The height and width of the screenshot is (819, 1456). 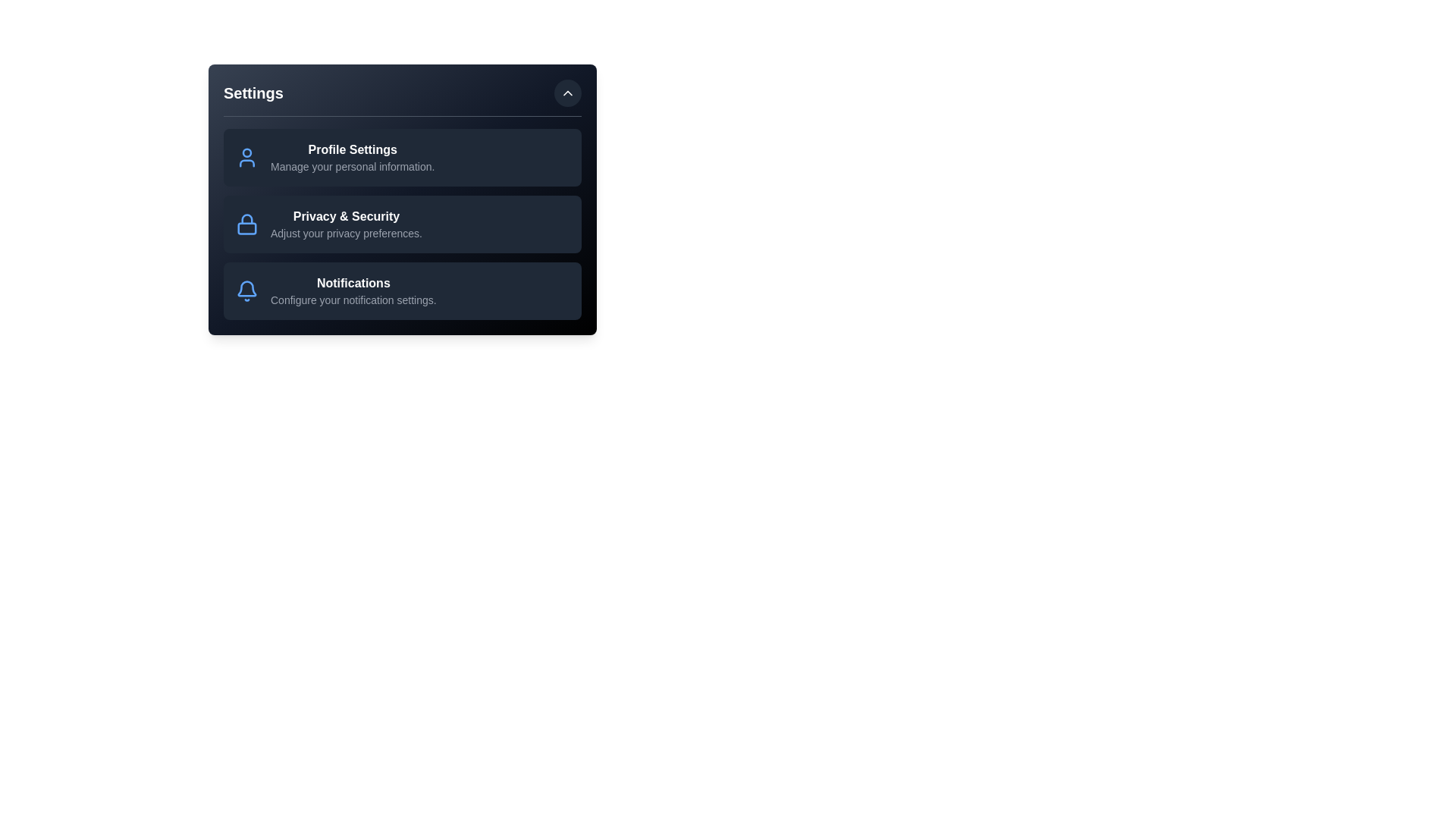 I want to click on the settings category Privacy & Security by clicking on its corresponding list item, so click(x=403, y=224).